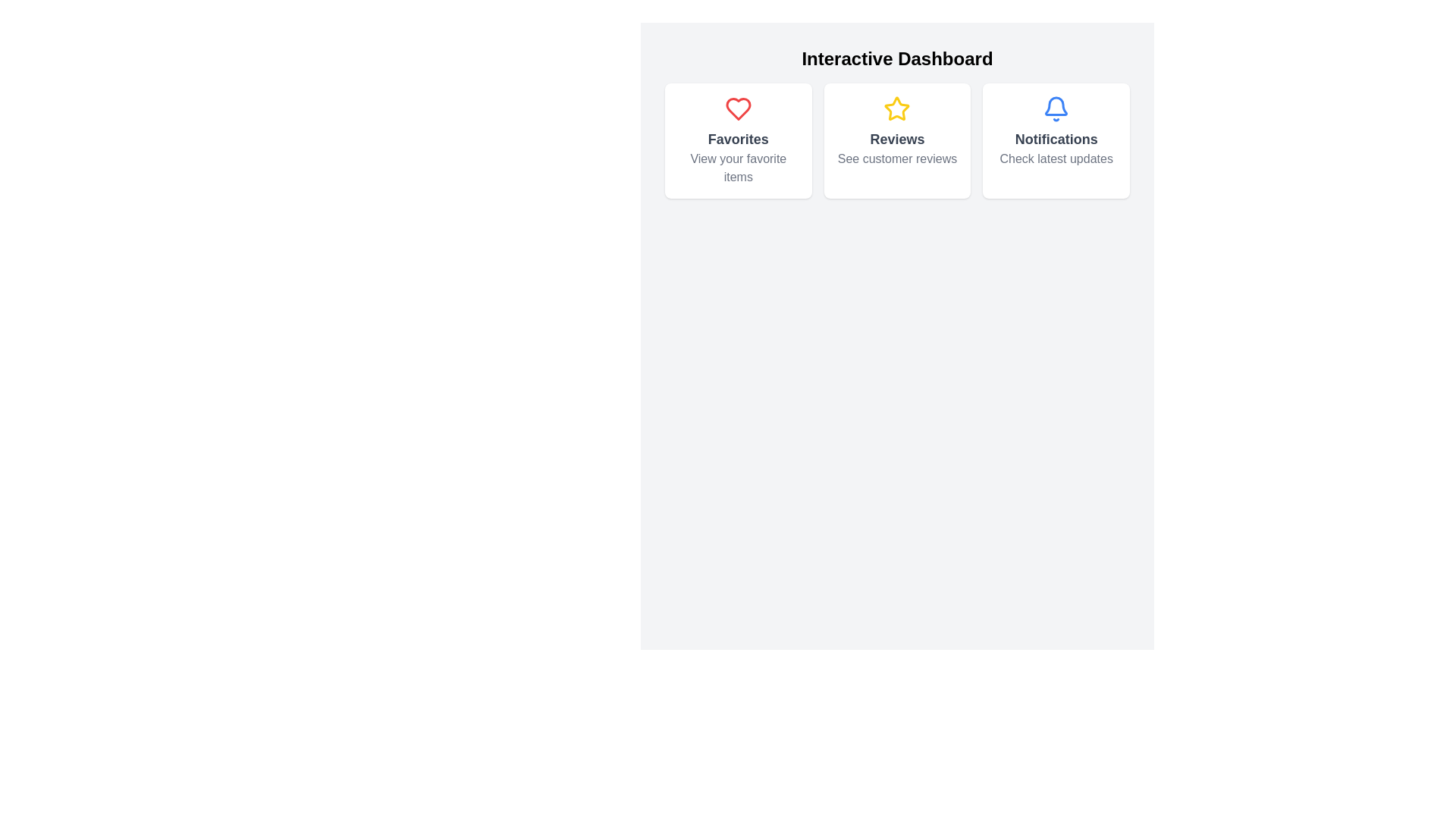 The height and width of the screenshot is (819, 1456). I want to click on the Favorites icon located in the top-left card of the 'Interactive Dashboard', centered above the label 'Favorites', so click(738, 108).